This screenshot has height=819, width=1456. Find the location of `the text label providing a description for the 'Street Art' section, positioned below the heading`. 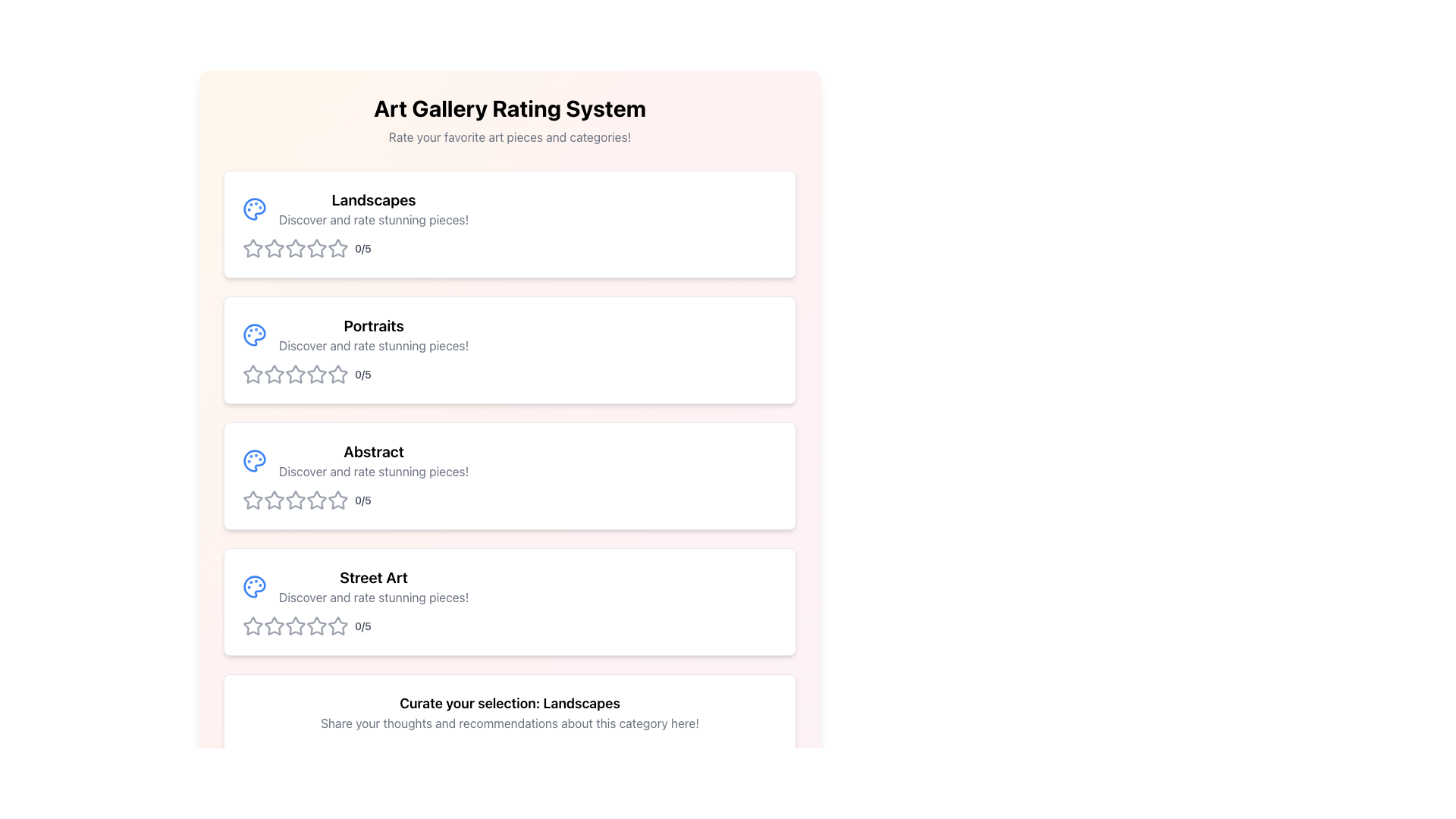

the text label providing a description for the 'Street Art' section, positioned below the heading is located at coordinates (374, 596).